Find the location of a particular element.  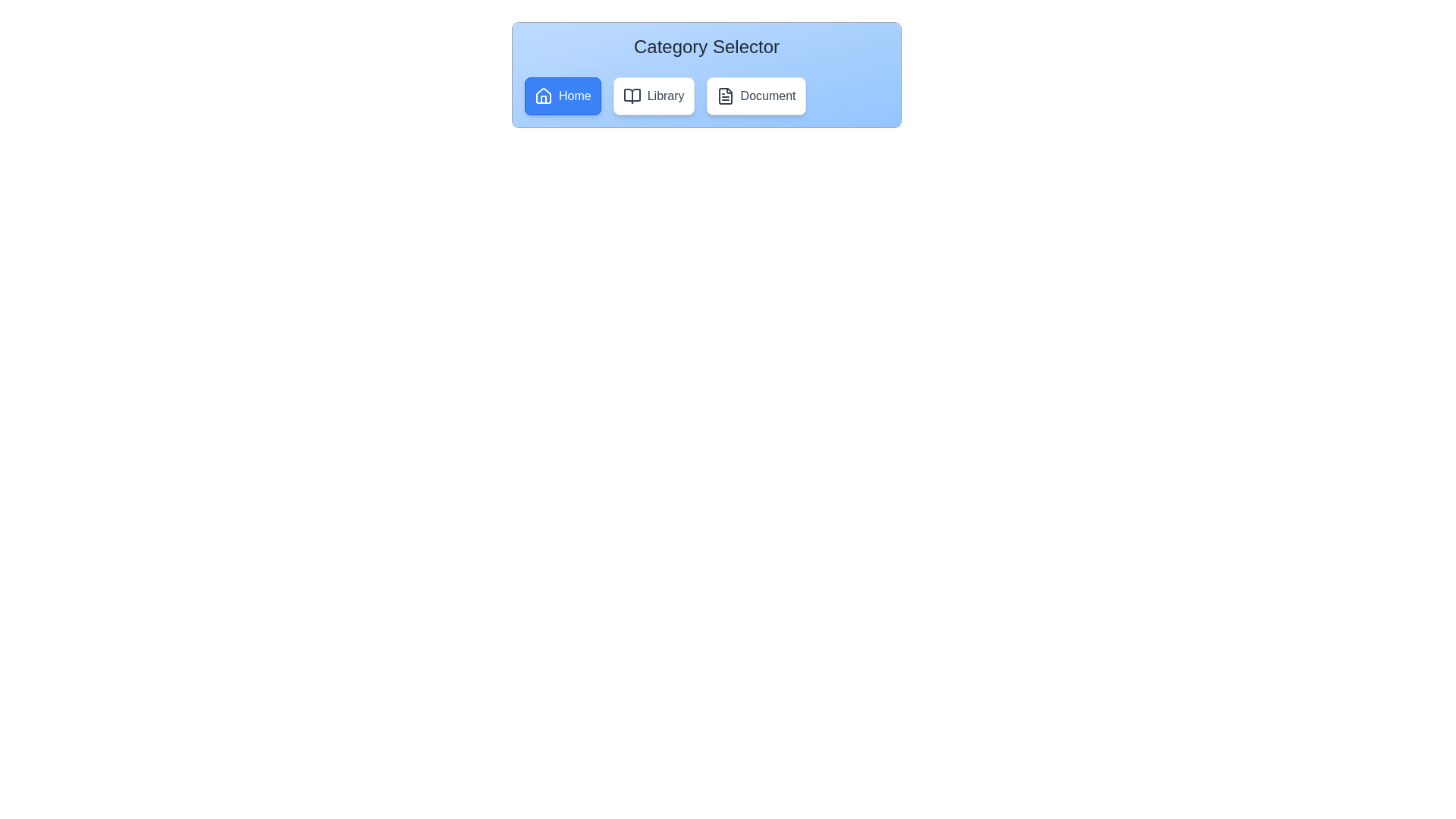

the category Document from the available options is located at coordinates (756, 96).